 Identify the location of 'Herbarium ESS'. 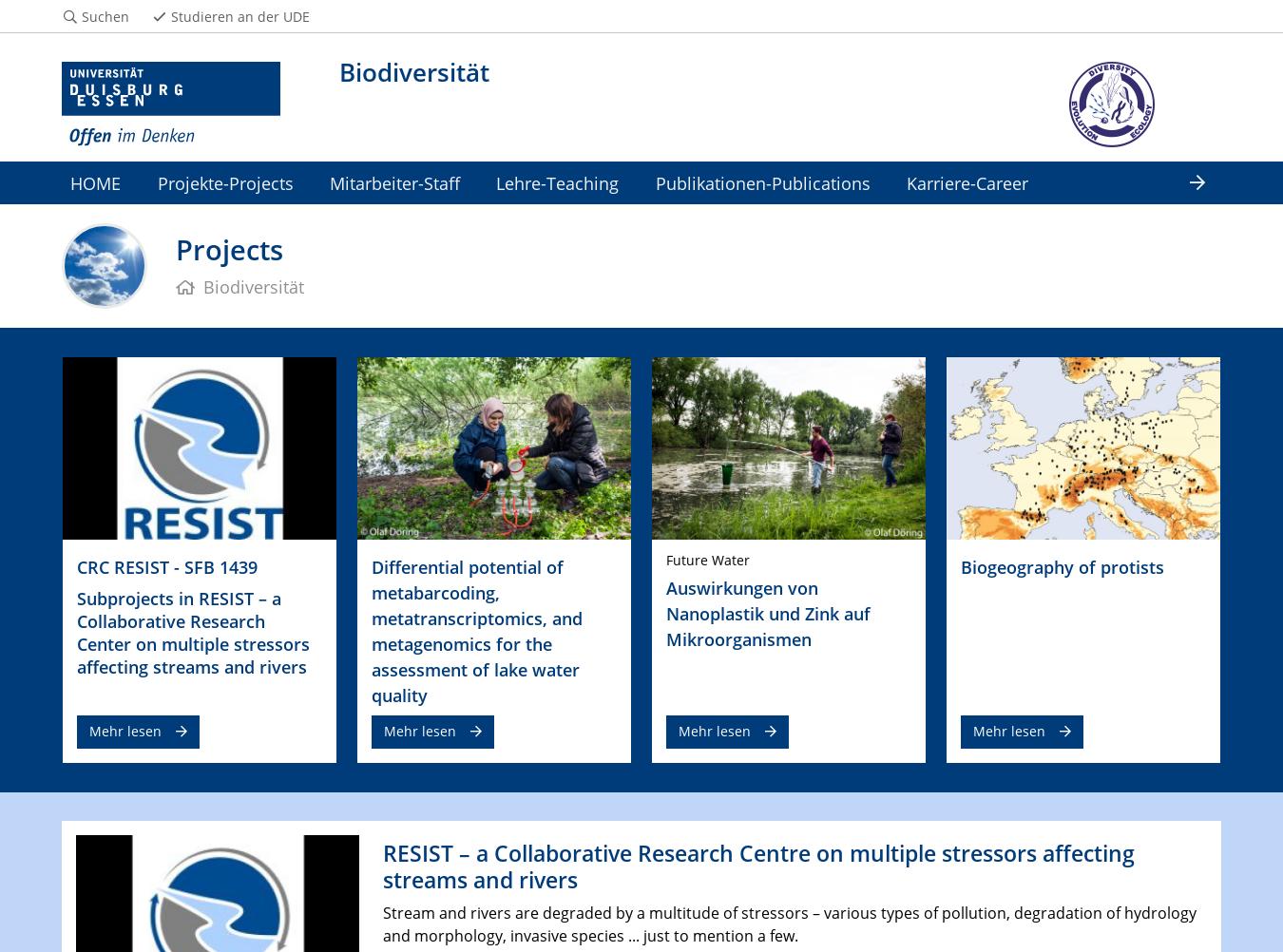
(130, 225).